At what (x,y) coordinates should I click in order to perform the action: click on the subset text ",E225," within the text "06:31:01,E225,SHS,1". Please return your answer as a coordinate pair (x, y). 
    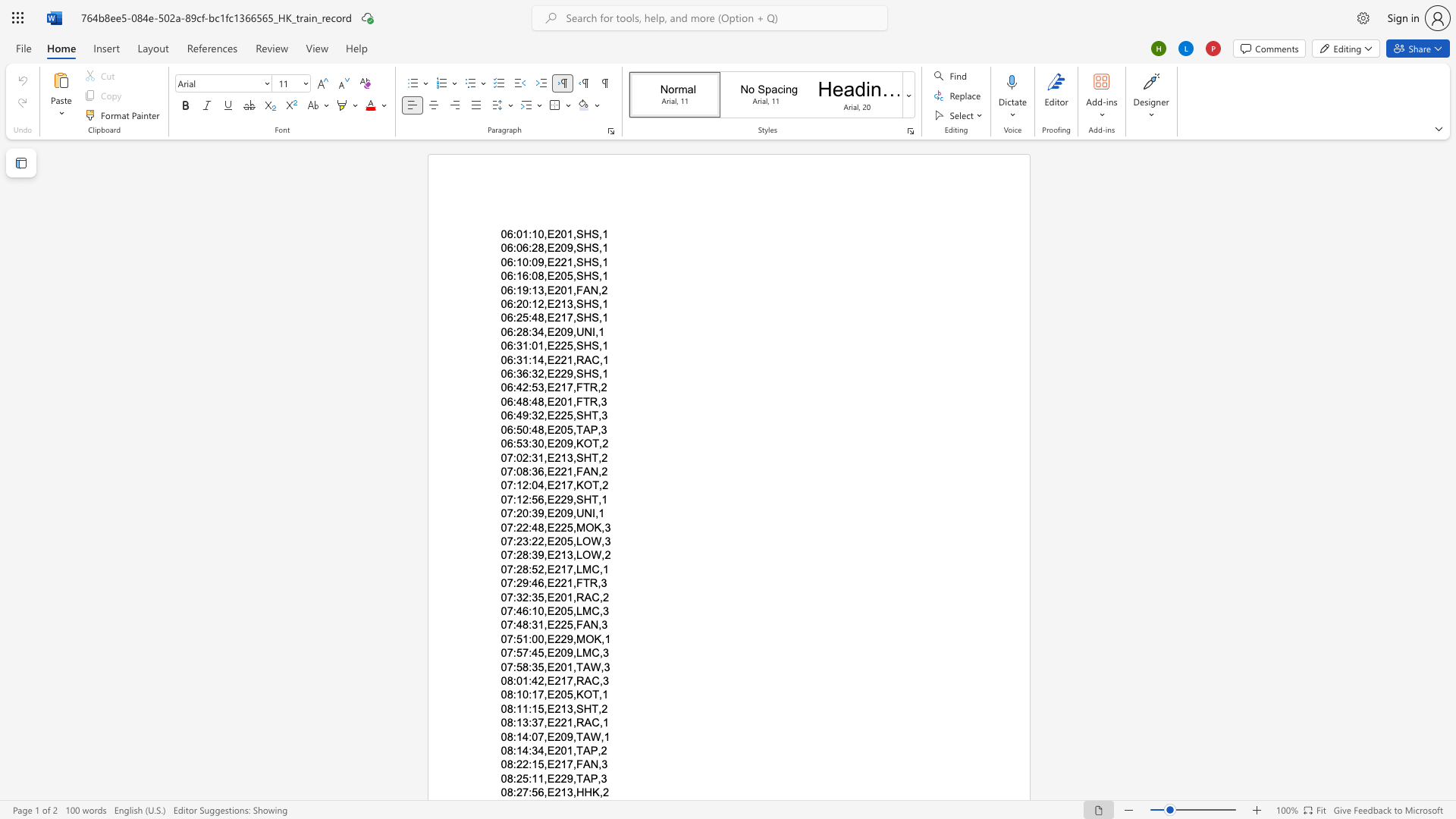
    Looking at the image, I should click on (544, 346).